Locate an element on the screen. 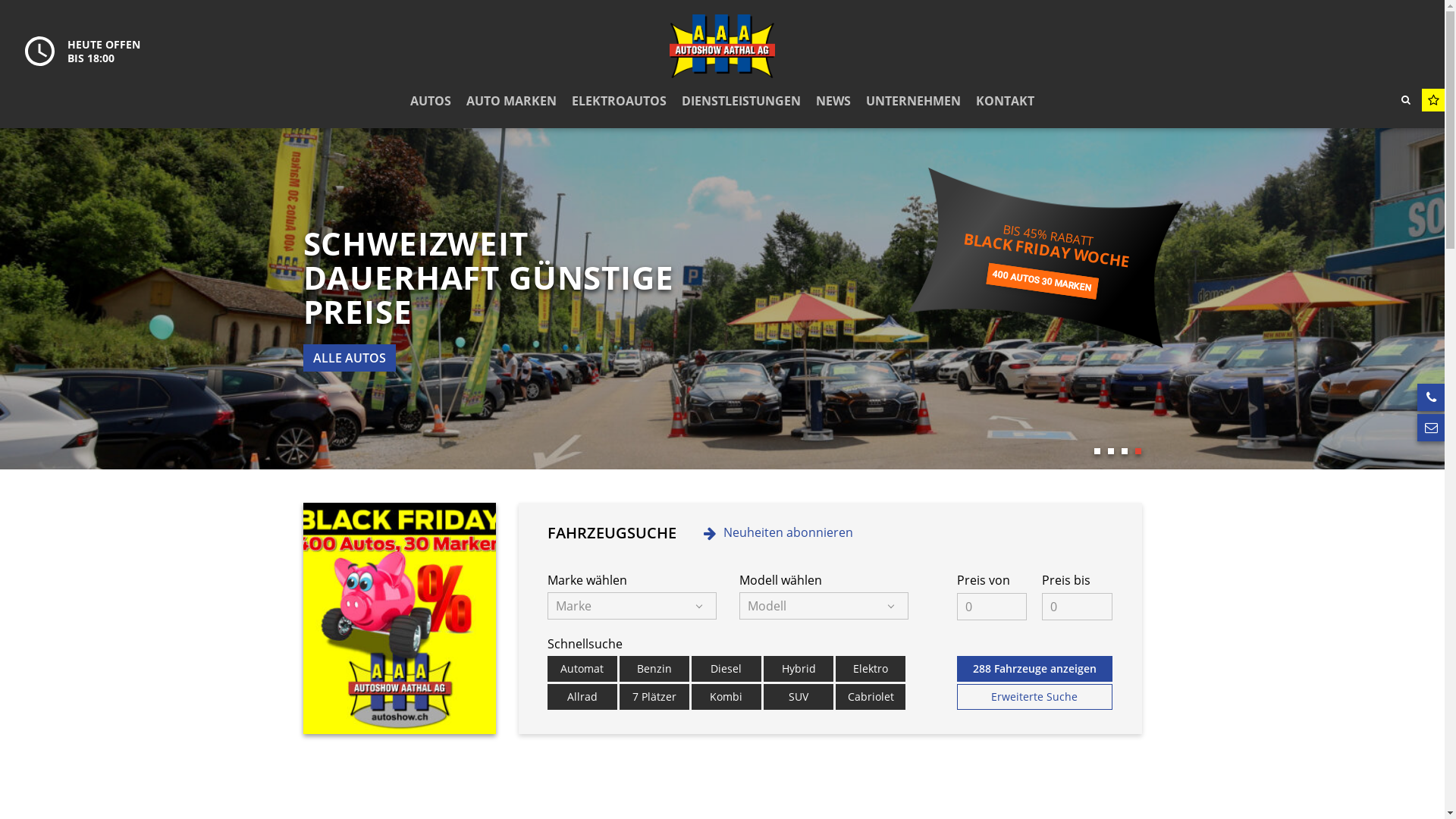 Image resolution: width=1456 pixels, height=819 pixels. '400 AUTOS 30 MARKEN' is located at coordinates (1040, 271).